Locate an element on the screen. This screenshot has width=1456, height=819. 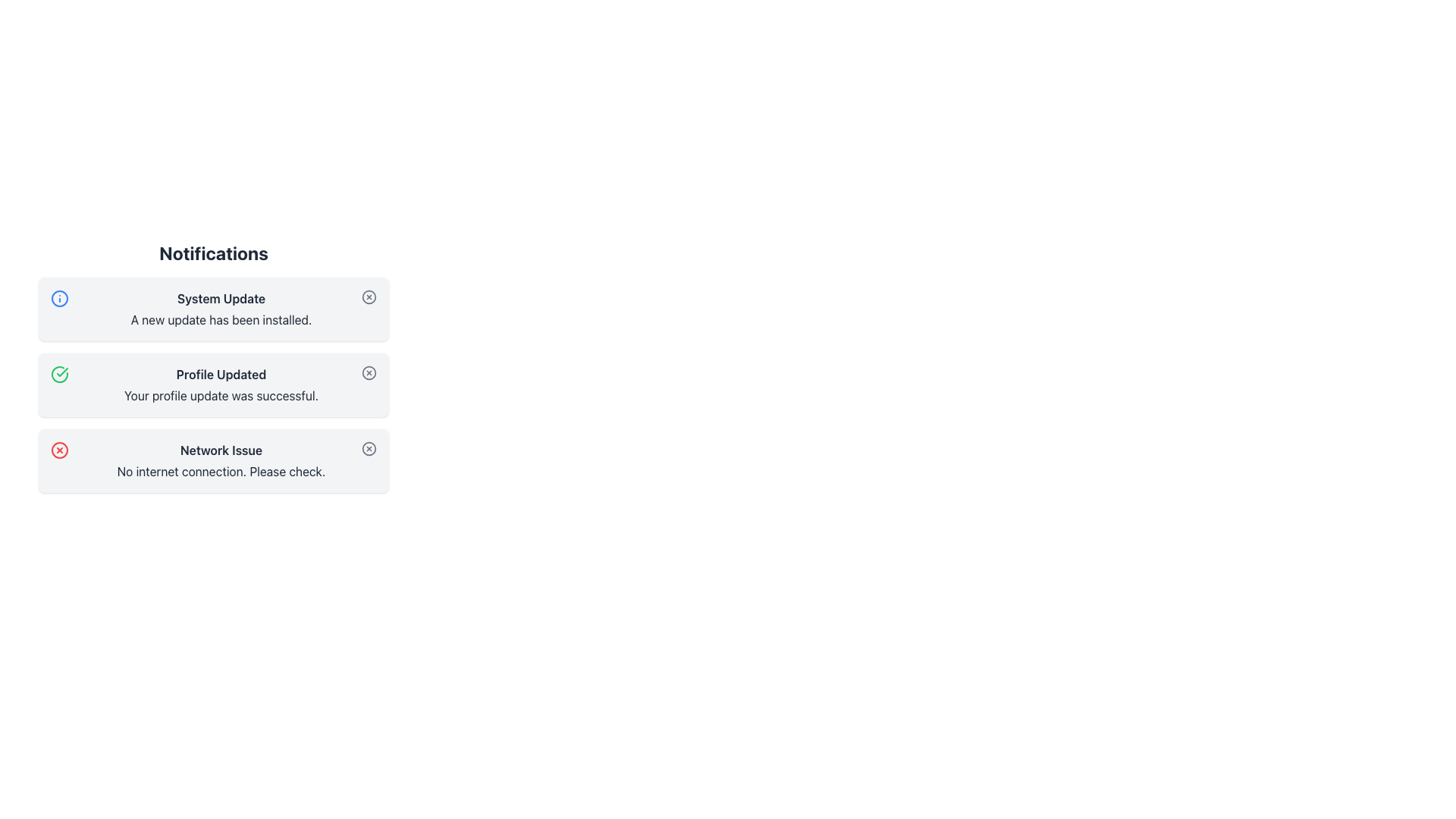
title 'Profile Updated' and subtitle 'Your profile update was successful.' from the notification card with a light gray background, green checkmark icon, and close button on the right side, located in the second position of the notifications list is located at coordinates (213, 384).